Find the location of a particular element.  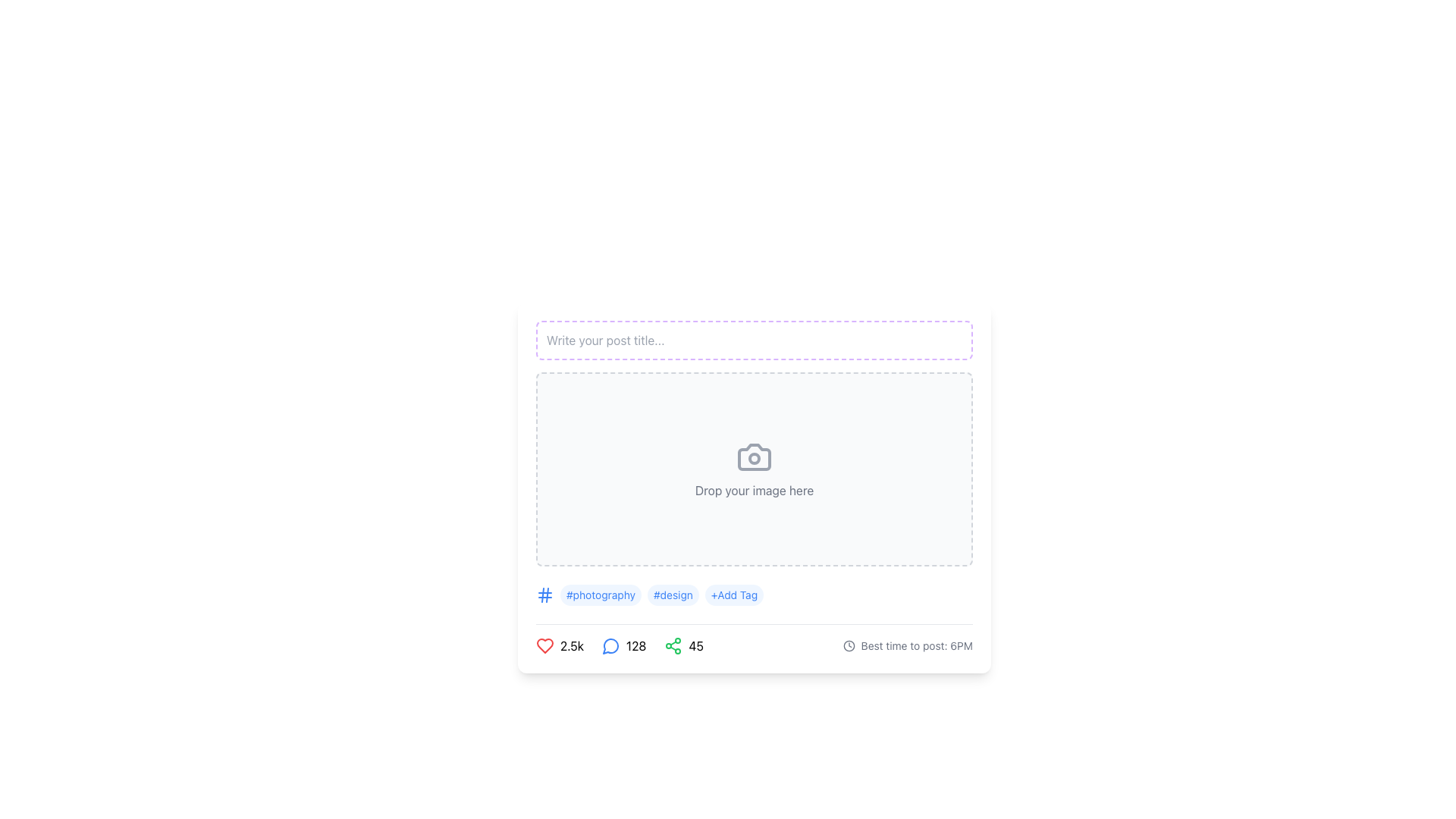

the decorative circle element of the clock icon located in the bottom-right section of the interface is located at coordinates (848, 646).